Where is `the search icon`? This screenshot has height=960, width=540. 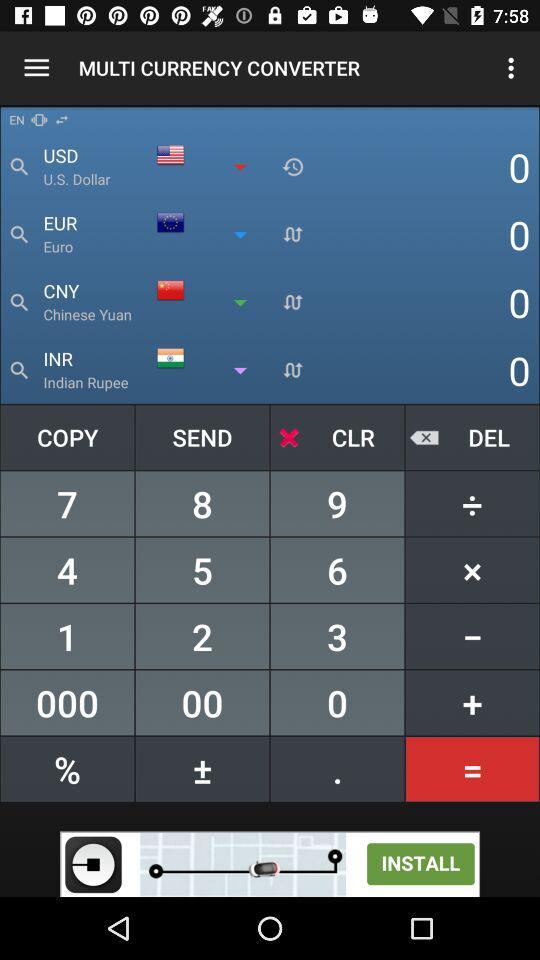
the search icon is located at coordinates (18, 166).